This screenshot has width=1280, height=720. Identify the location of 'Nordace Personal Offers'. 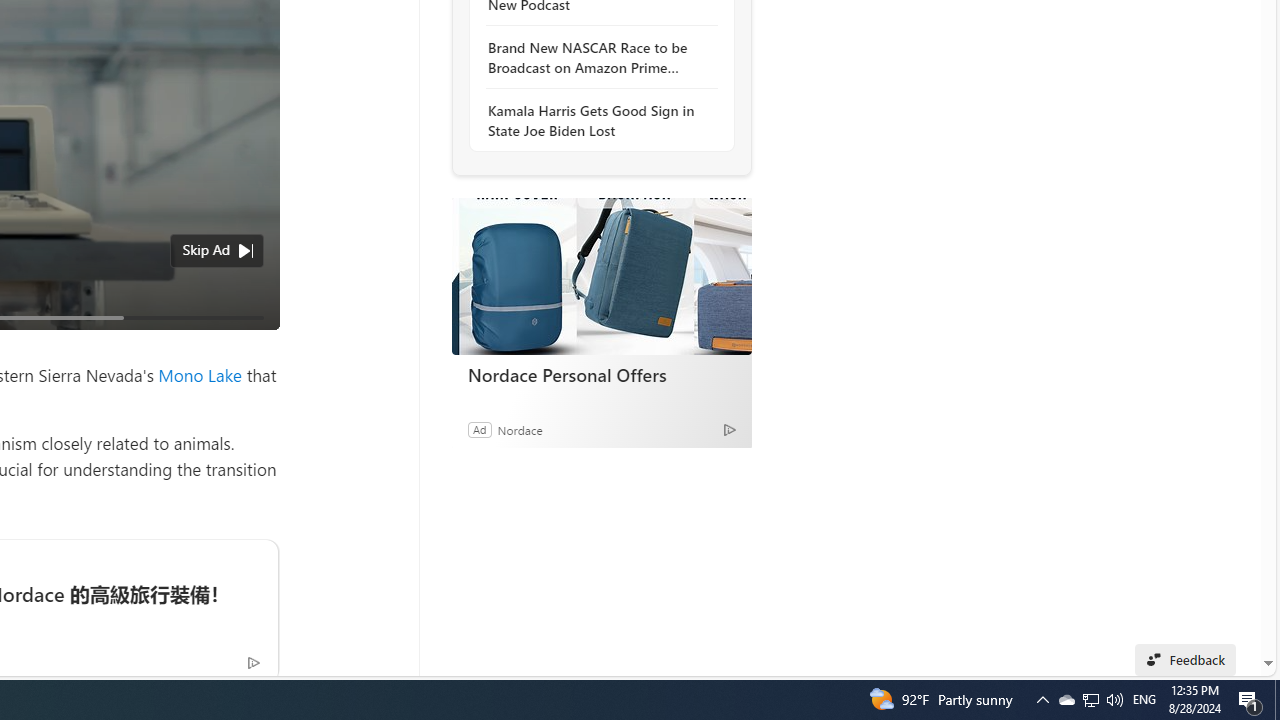
(600, 276).